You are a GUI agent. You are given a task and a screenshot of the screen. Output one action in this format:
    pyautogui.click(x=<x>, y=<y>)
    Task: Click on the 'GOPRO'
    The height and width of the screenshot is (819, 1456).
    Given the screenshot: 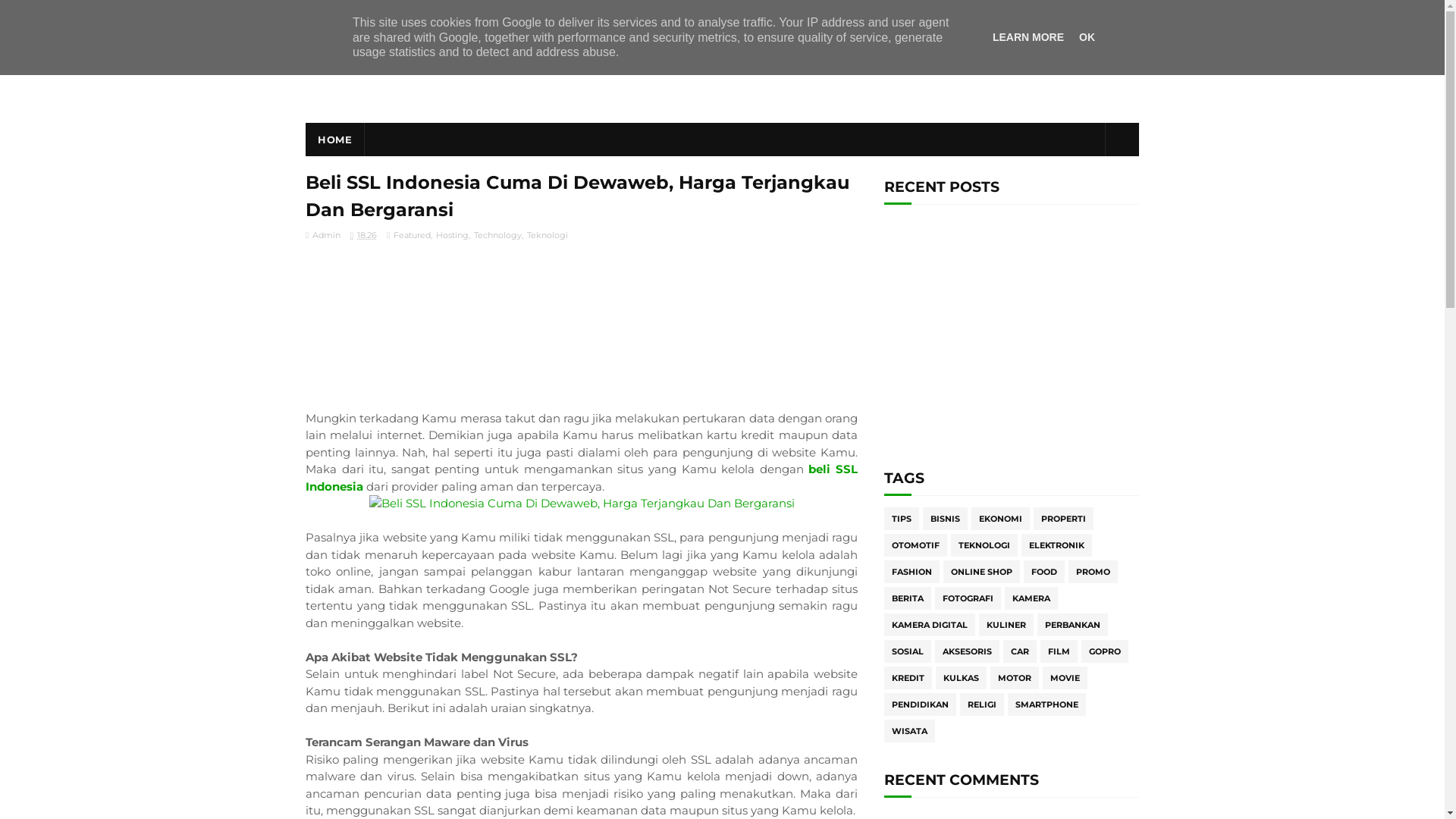 What is the action you would take?
    pyautogui.click(x=1105, y=651)
    